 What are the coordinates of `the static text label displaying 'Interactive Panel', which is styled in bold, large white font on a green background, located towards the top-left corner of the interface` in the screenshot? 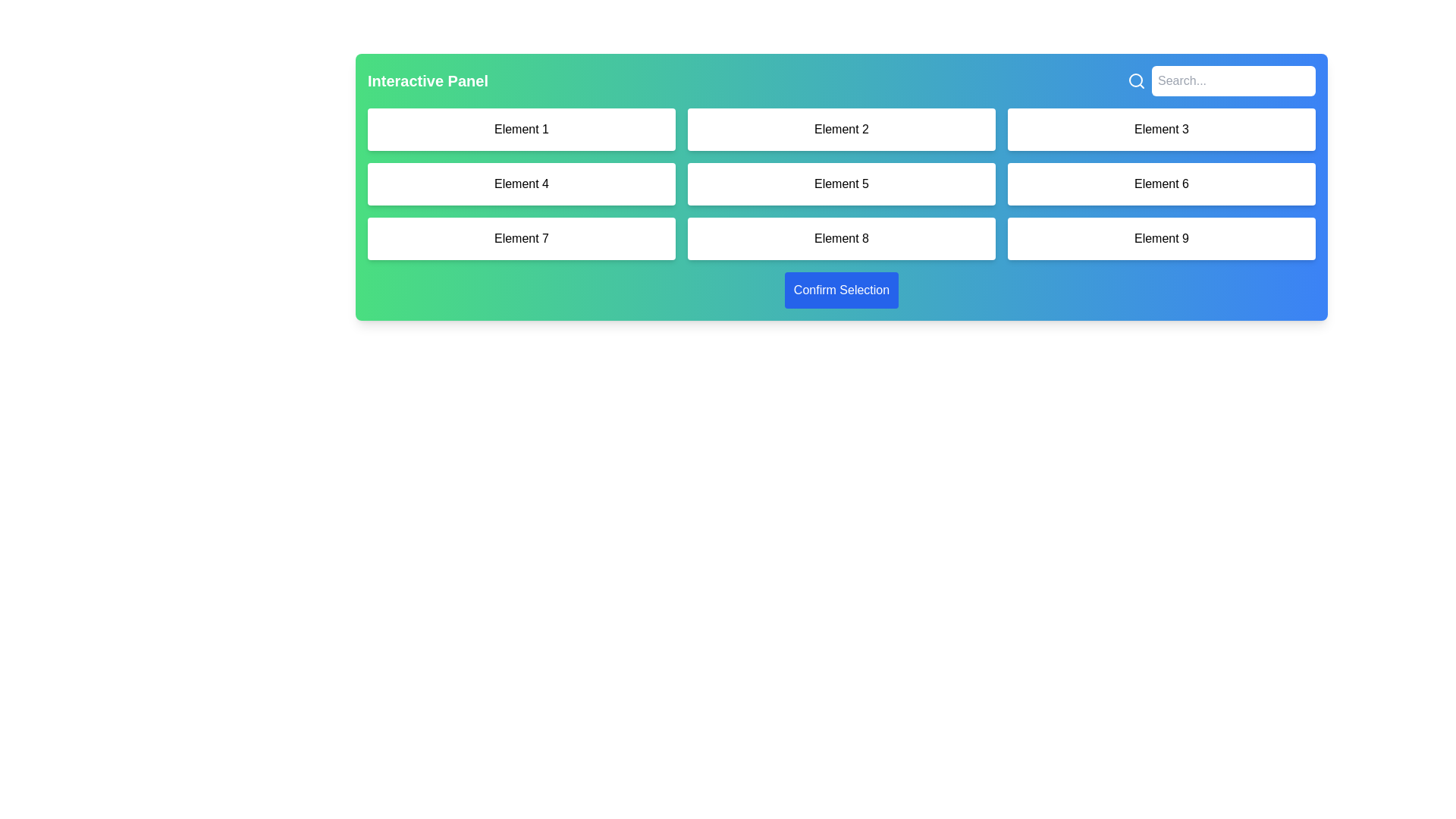 It's located at (427, 81).